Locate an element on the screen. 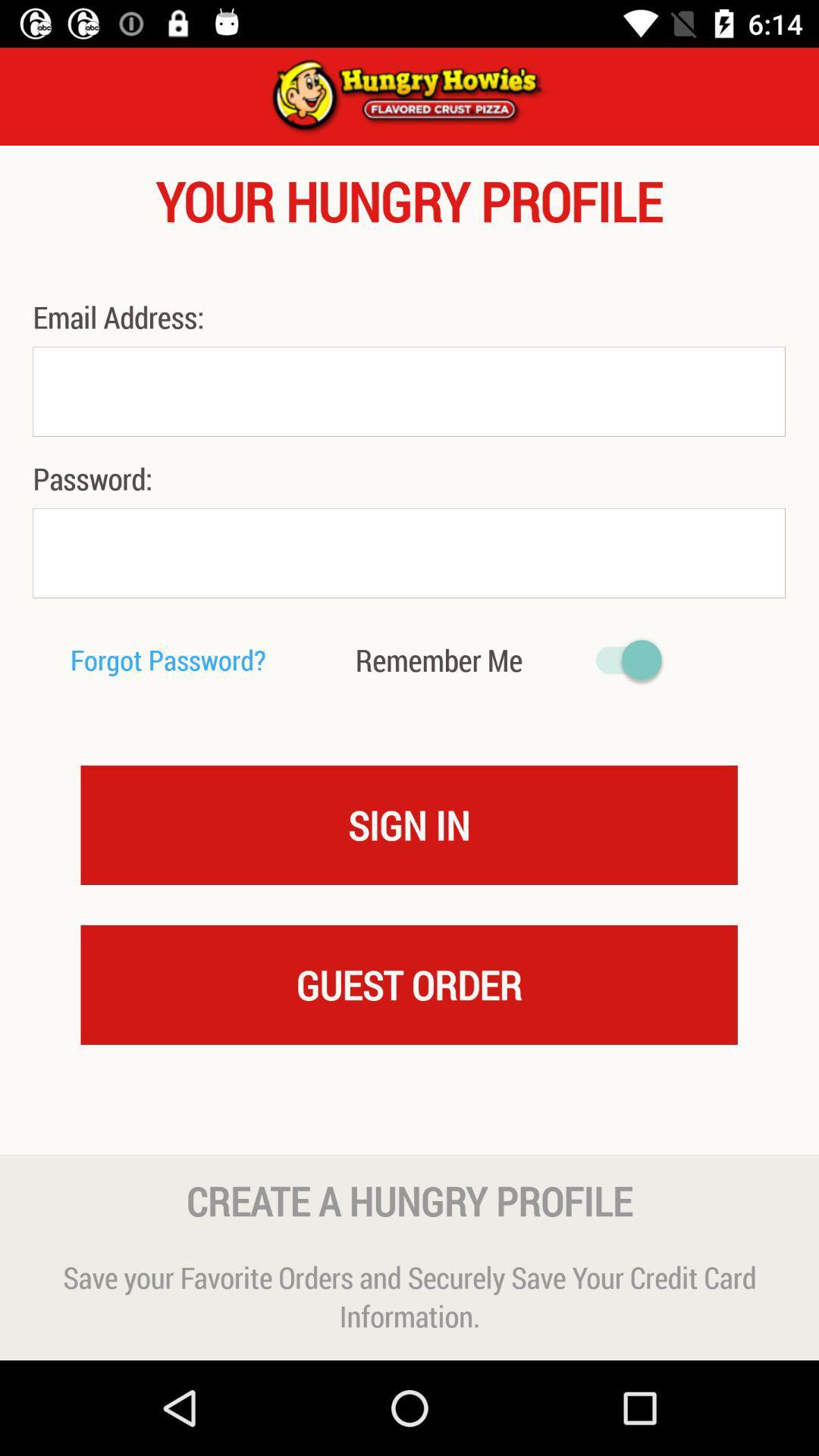 The height and width of the screenshot is (1456, 819). type password is located at coordinates (408, 552).